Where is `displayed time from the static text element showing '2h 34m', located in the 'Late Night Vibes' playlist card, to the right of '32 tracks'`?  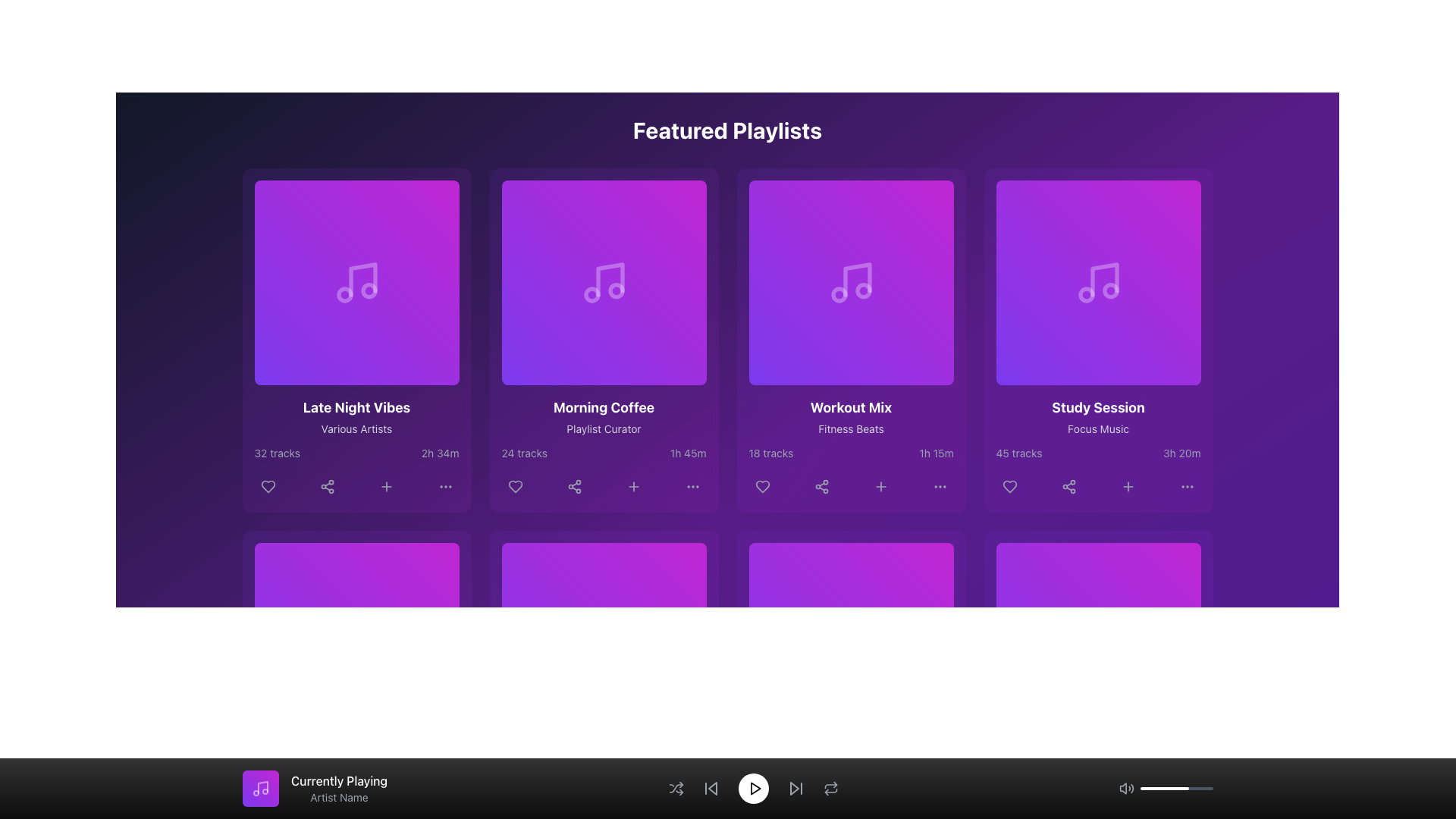 displayed time from the static text element showing '2h 34m', located in the 'Late Night Vibes' playlist card, to the right of '32 tracks' is located at coordinates (439, 452).